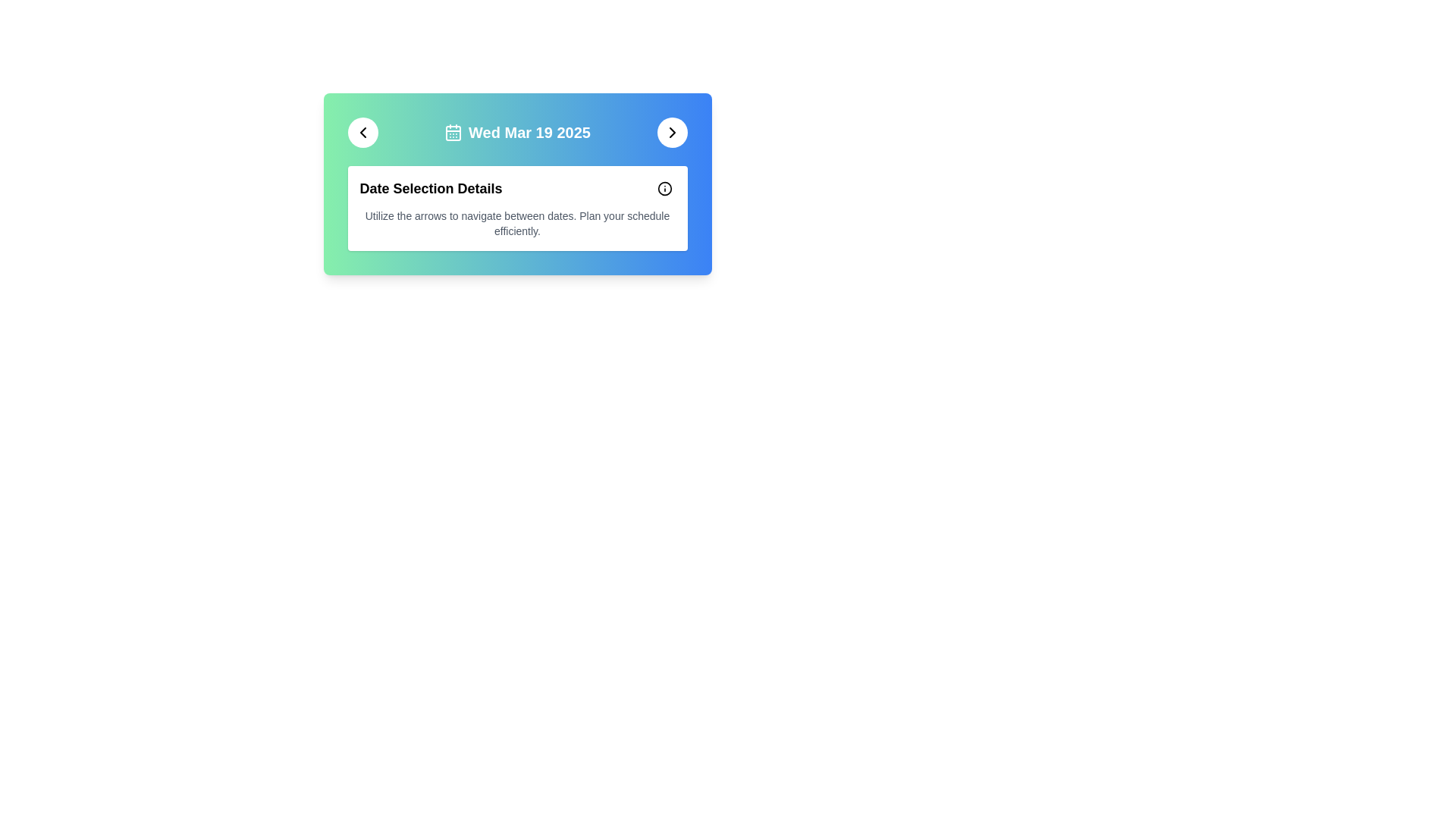 The width and height of the screenshot is (1456, 819). I want to click on the instructional static text that displays 'Utilize the arrows to navigate between dates. Plan your schedule efficiently.' located below the 'Date Selection Details' header, so click(517, 223).